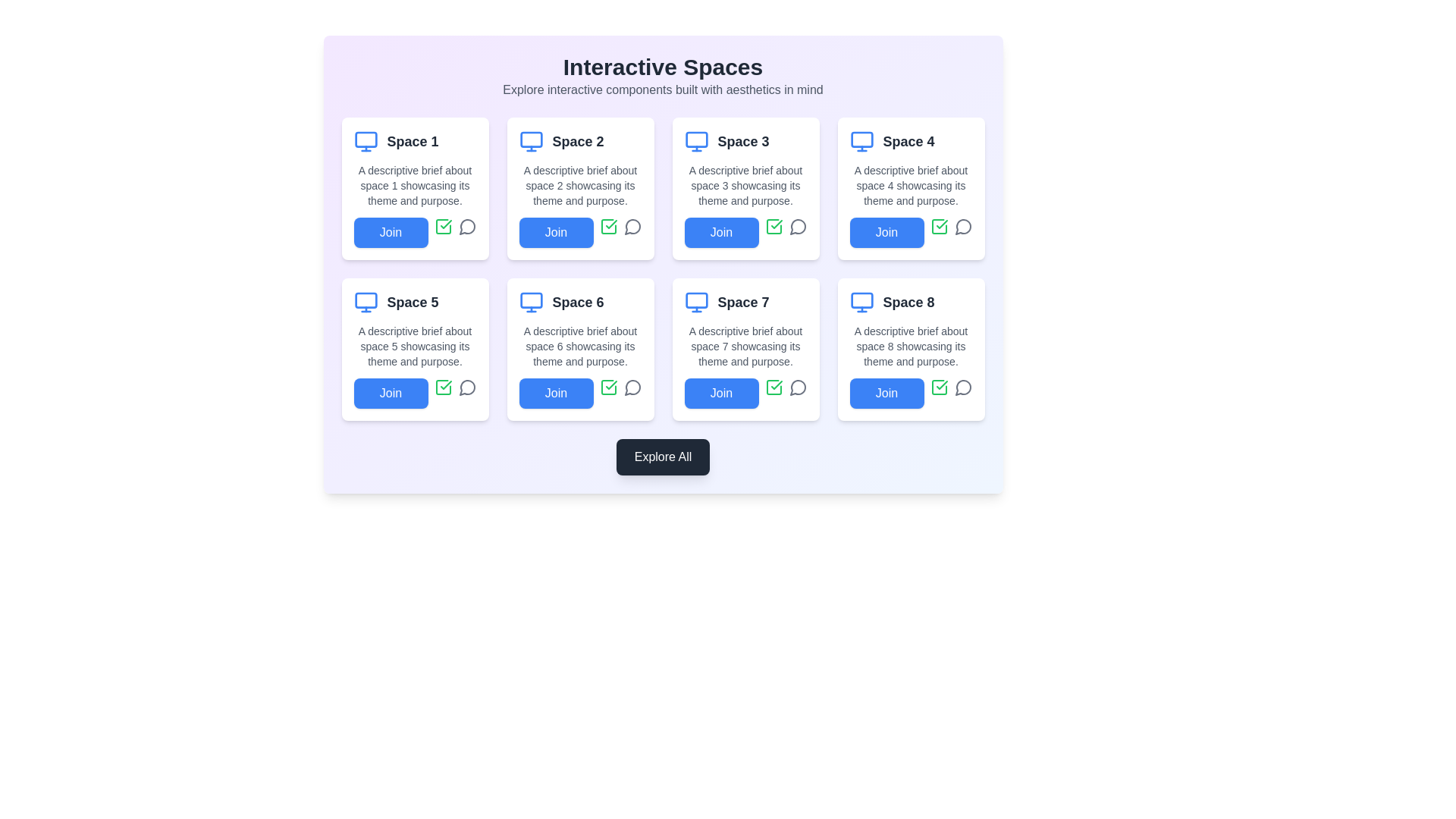  Describe the element at coordinates (910, 185) in the screenshot. I see `the paragraph styled with a light gray font below the heading 'Space 4' in the fourth card of the grid layout` at that location.